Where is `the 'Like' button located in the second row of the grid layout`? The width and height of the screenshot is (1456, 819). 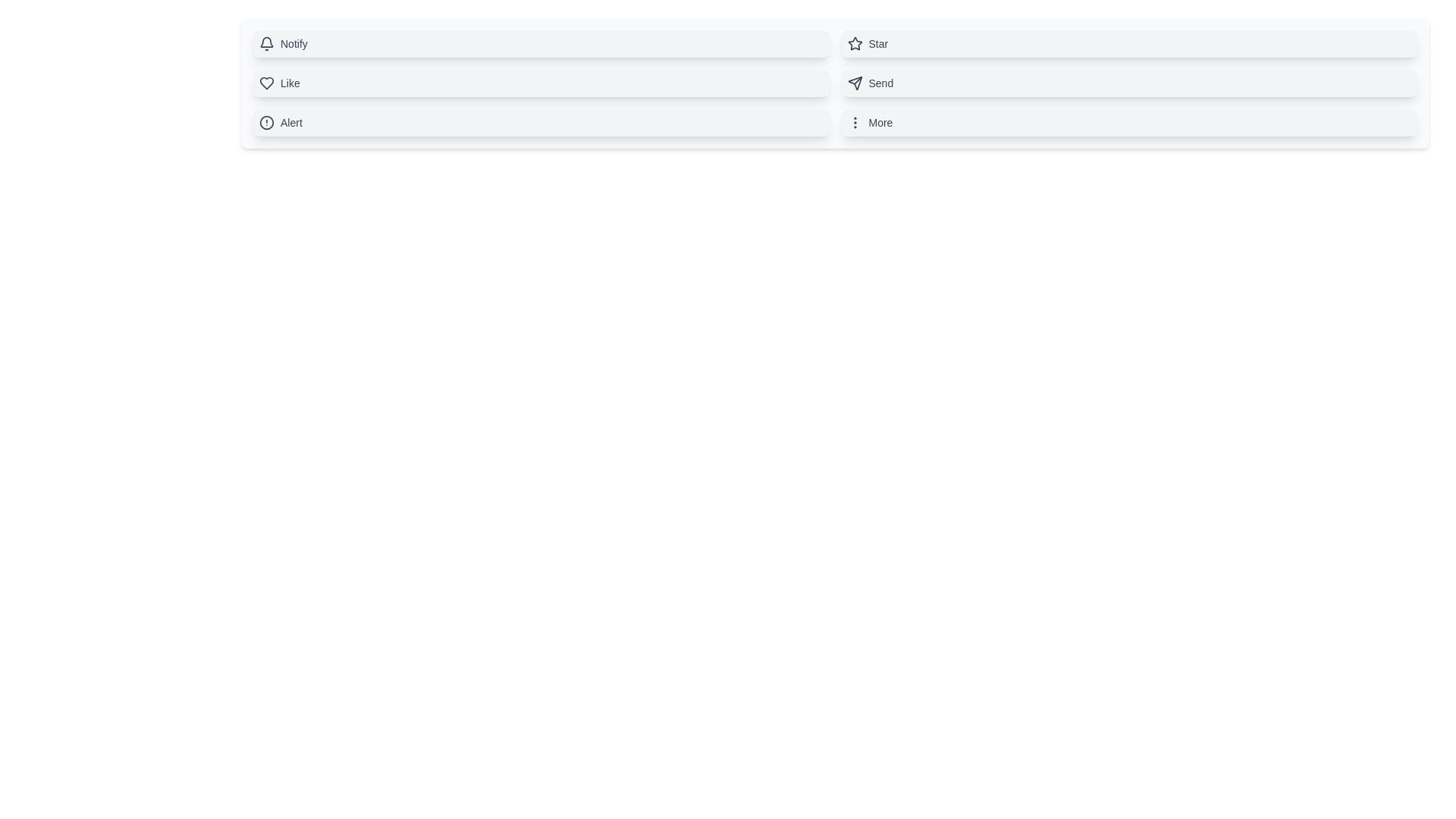 the 'Like' button located in the second row of the grid layout is located at coordinates (541, 83).